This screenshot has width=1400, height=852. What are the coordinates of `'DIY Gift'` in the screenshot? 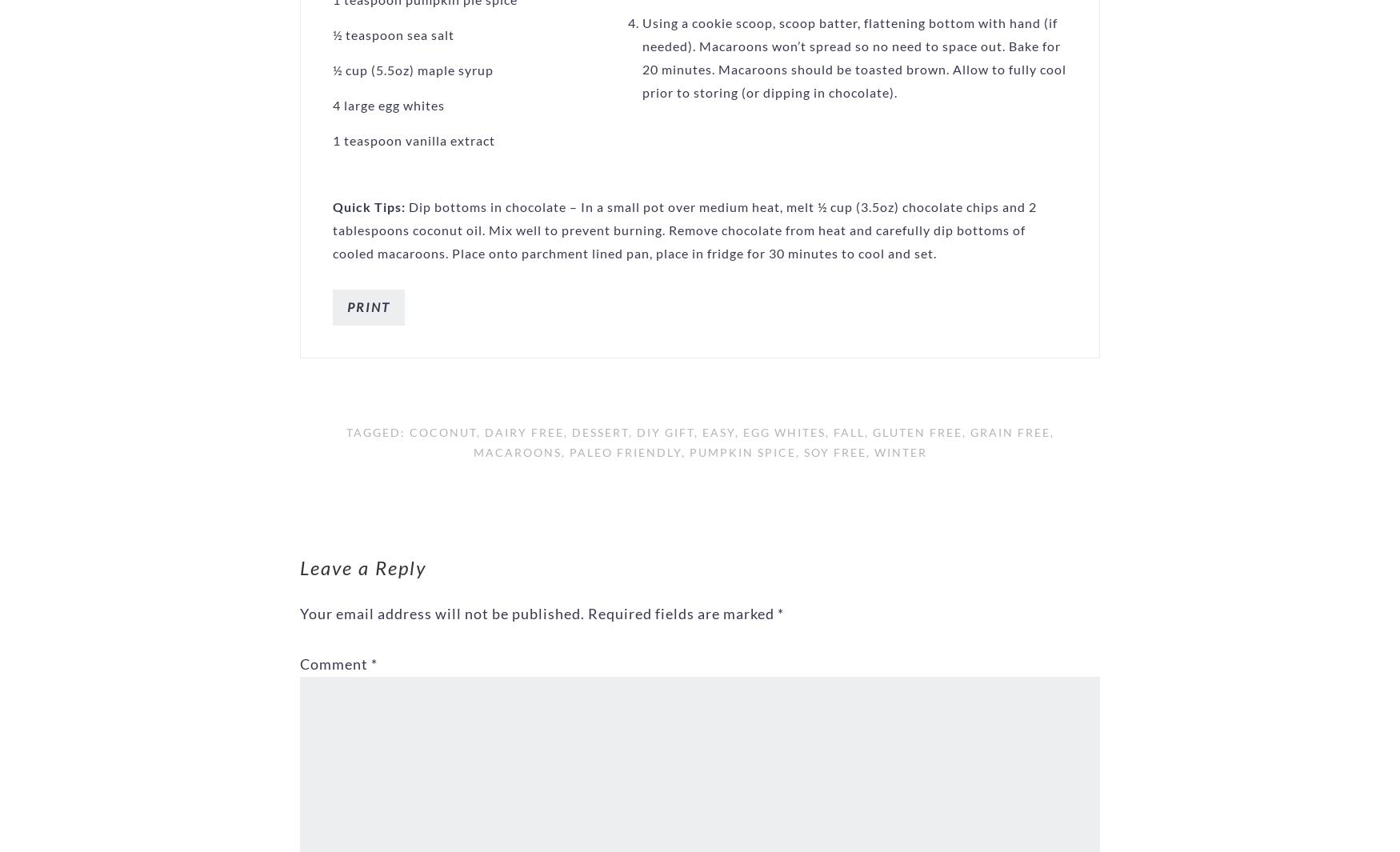 It's located at (665, 431).